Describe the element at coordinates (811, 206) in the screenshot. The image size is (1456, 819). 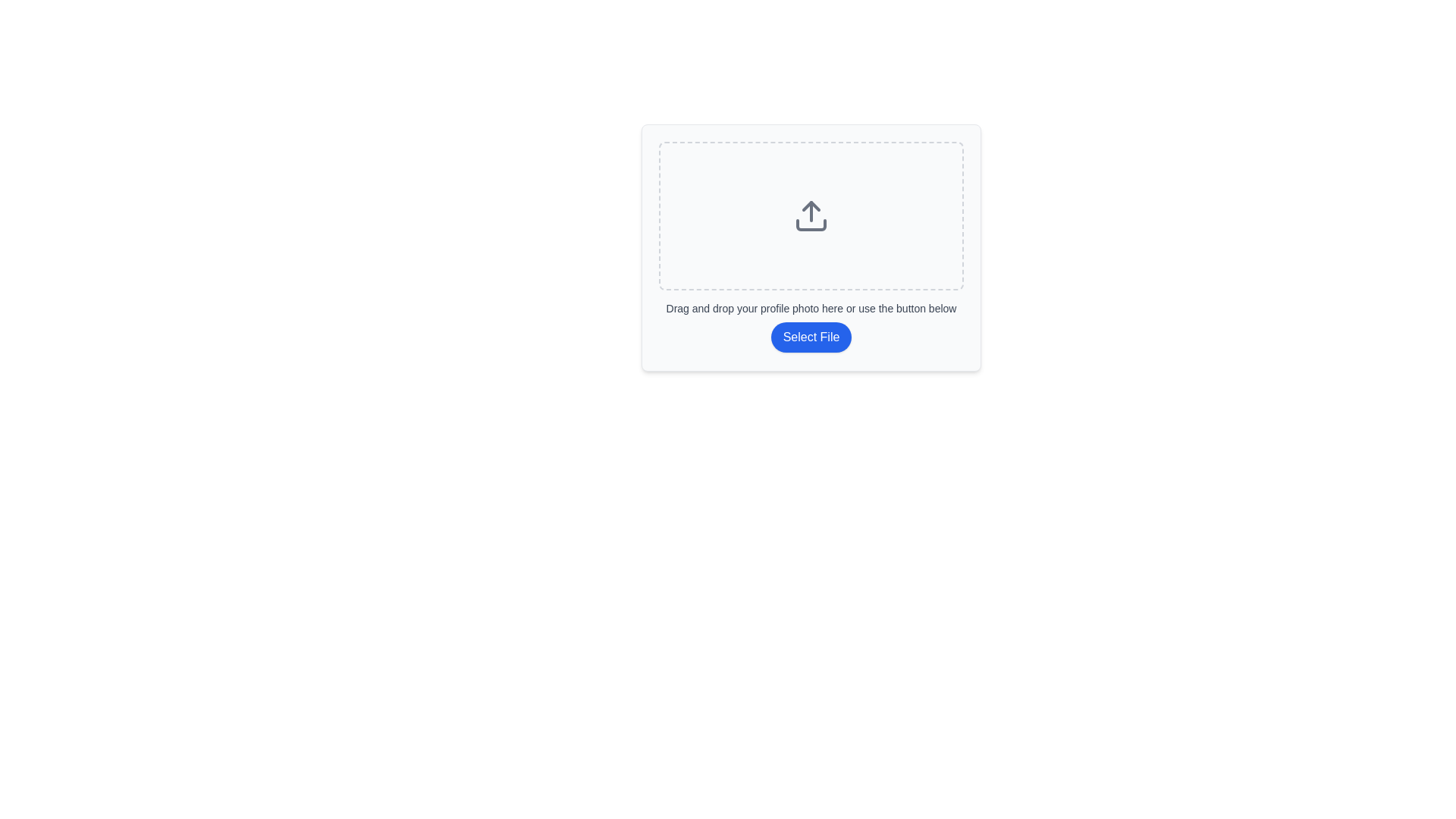
I see `the central triangular decorative element of the upload icon, which is part of the SVG design, positioned above the horizontal and vertical lines in the drag-and-drop upload area` at that location.